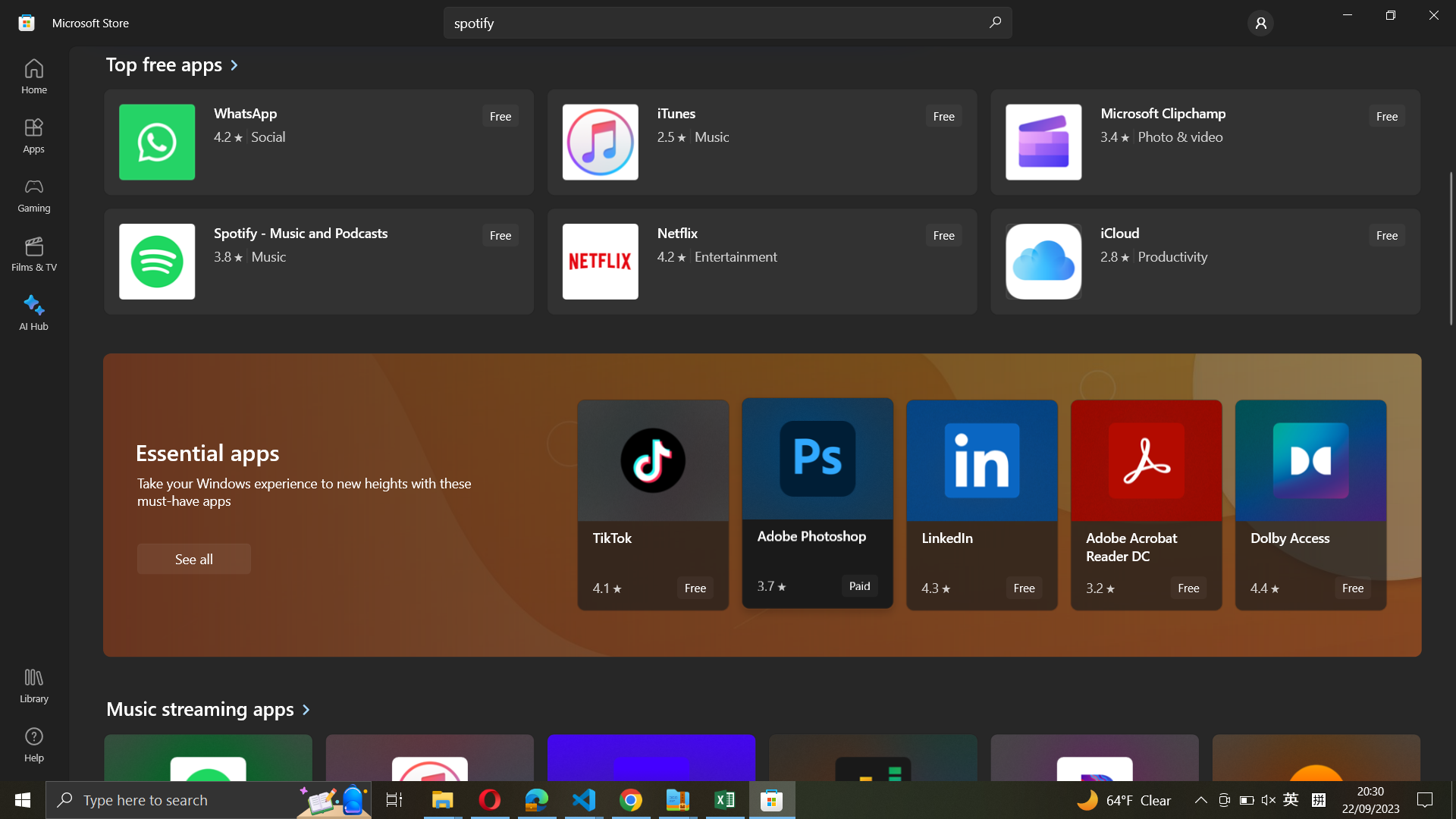 This screenshot has width=1456, height=819. I want to click on Start iTunes application, so click(760, 143).